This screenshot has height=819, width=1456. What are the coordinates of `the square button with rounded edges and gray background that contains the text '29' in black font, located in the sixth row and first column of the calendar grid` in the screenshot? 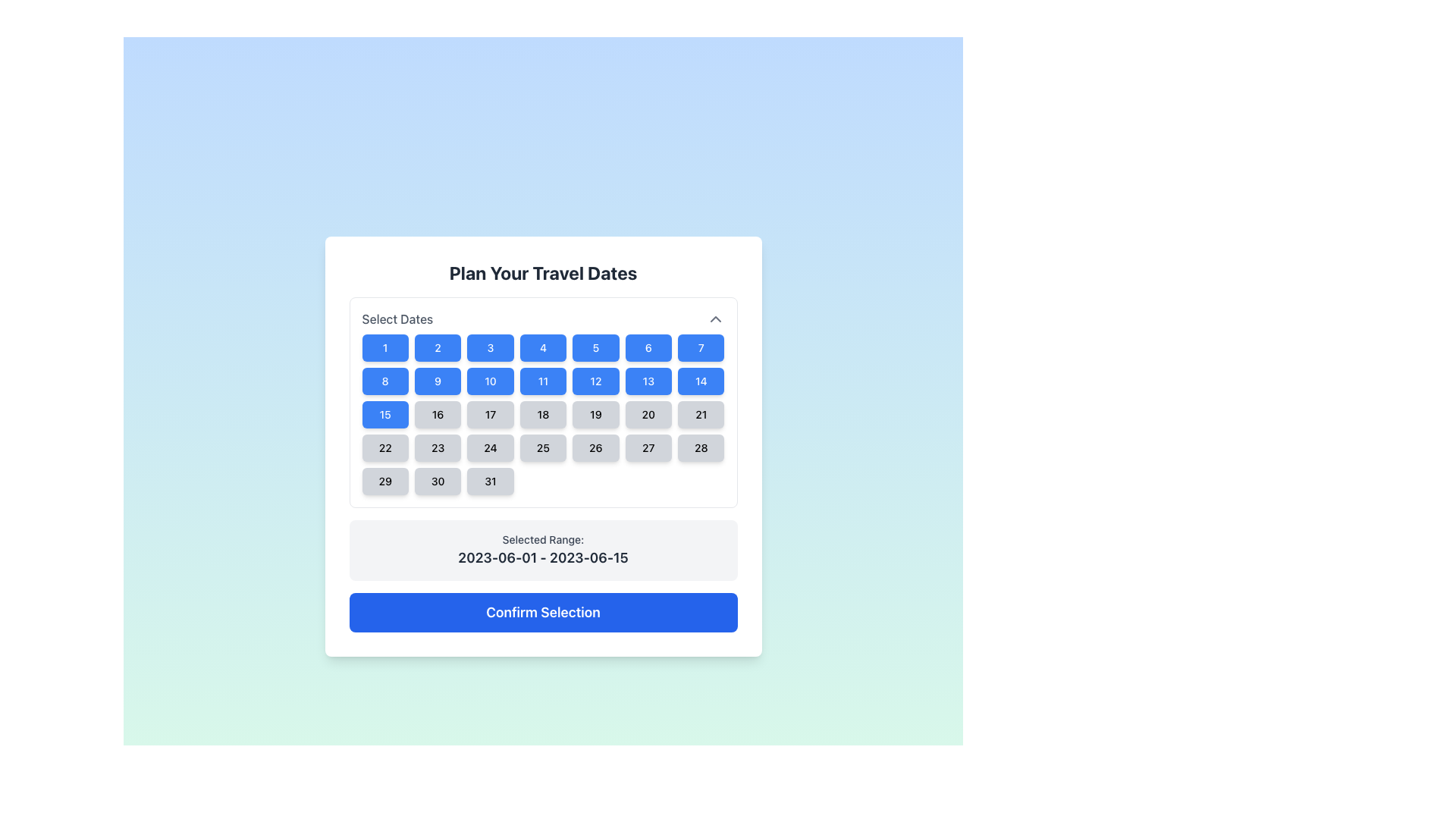 It's located at (385, 482).